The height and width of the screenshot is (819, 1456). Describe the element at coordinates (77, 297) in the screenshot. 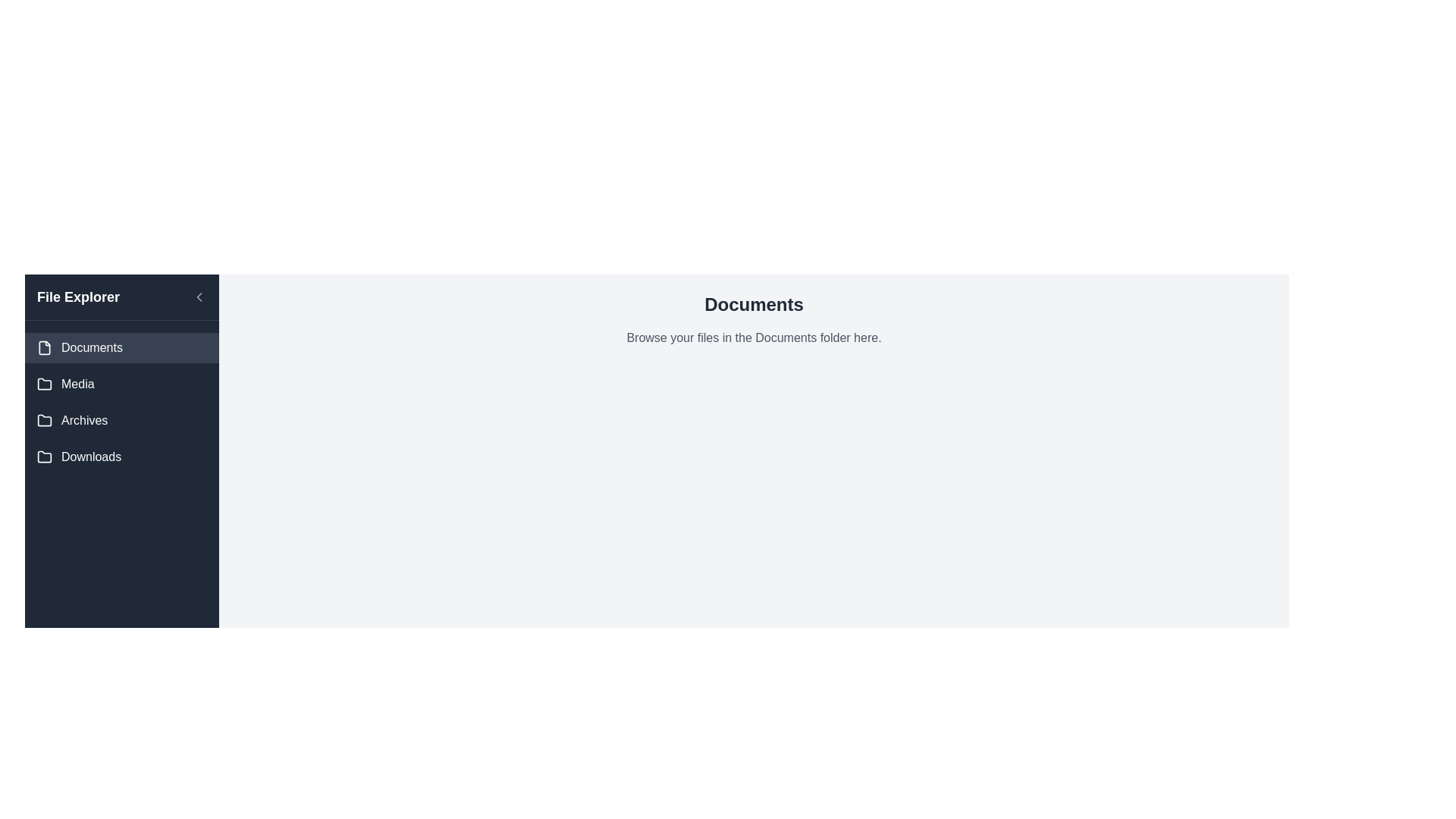

I see `the text label titled 'File Explorer', which is styled in bold font with a large text size on the left sidebar of the interface` at that location.